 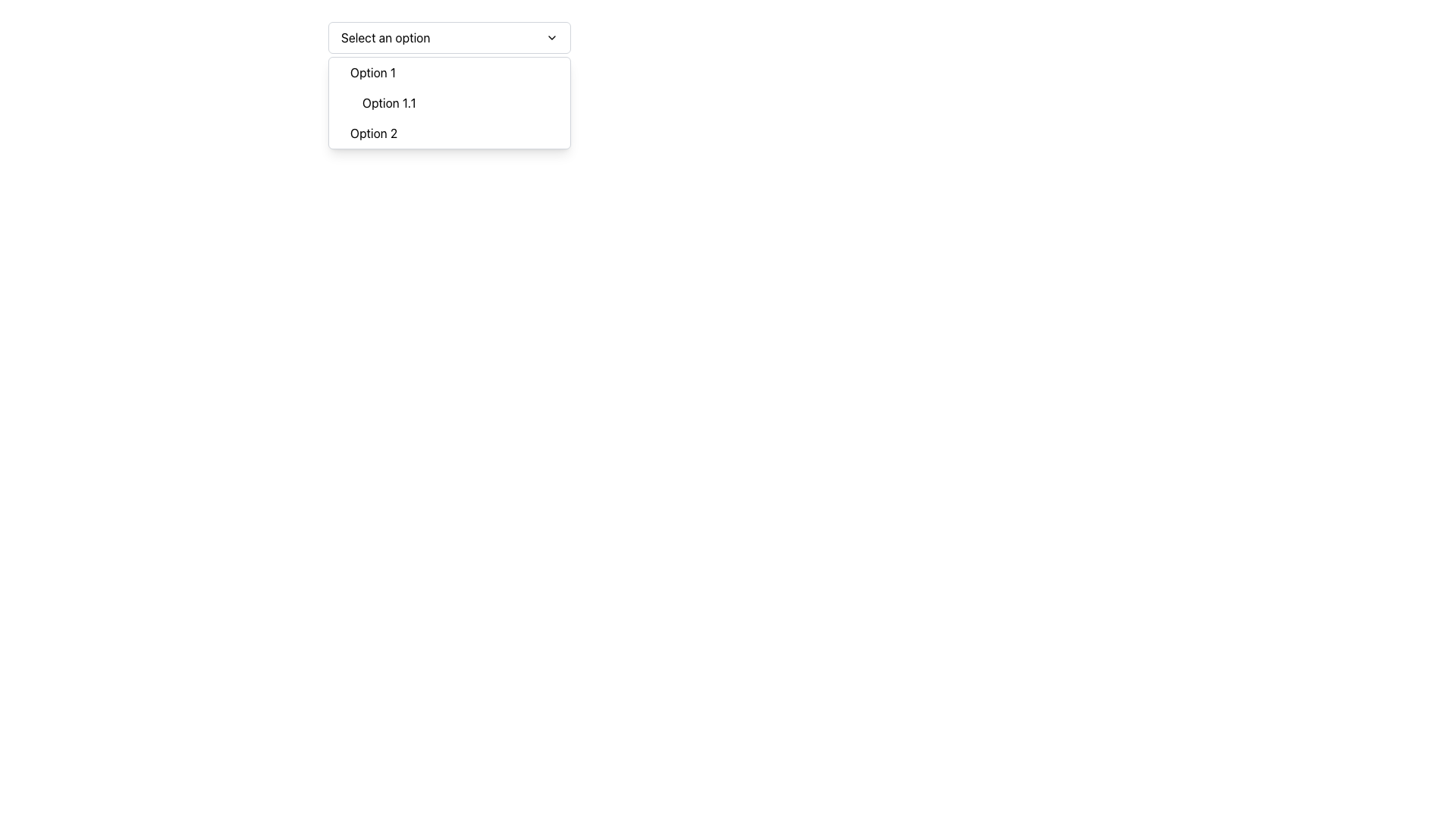 I want to click on the third option in the dropdown menu, labeled 'Option 2', to trigger its hover state, so click(x=454, y=133).